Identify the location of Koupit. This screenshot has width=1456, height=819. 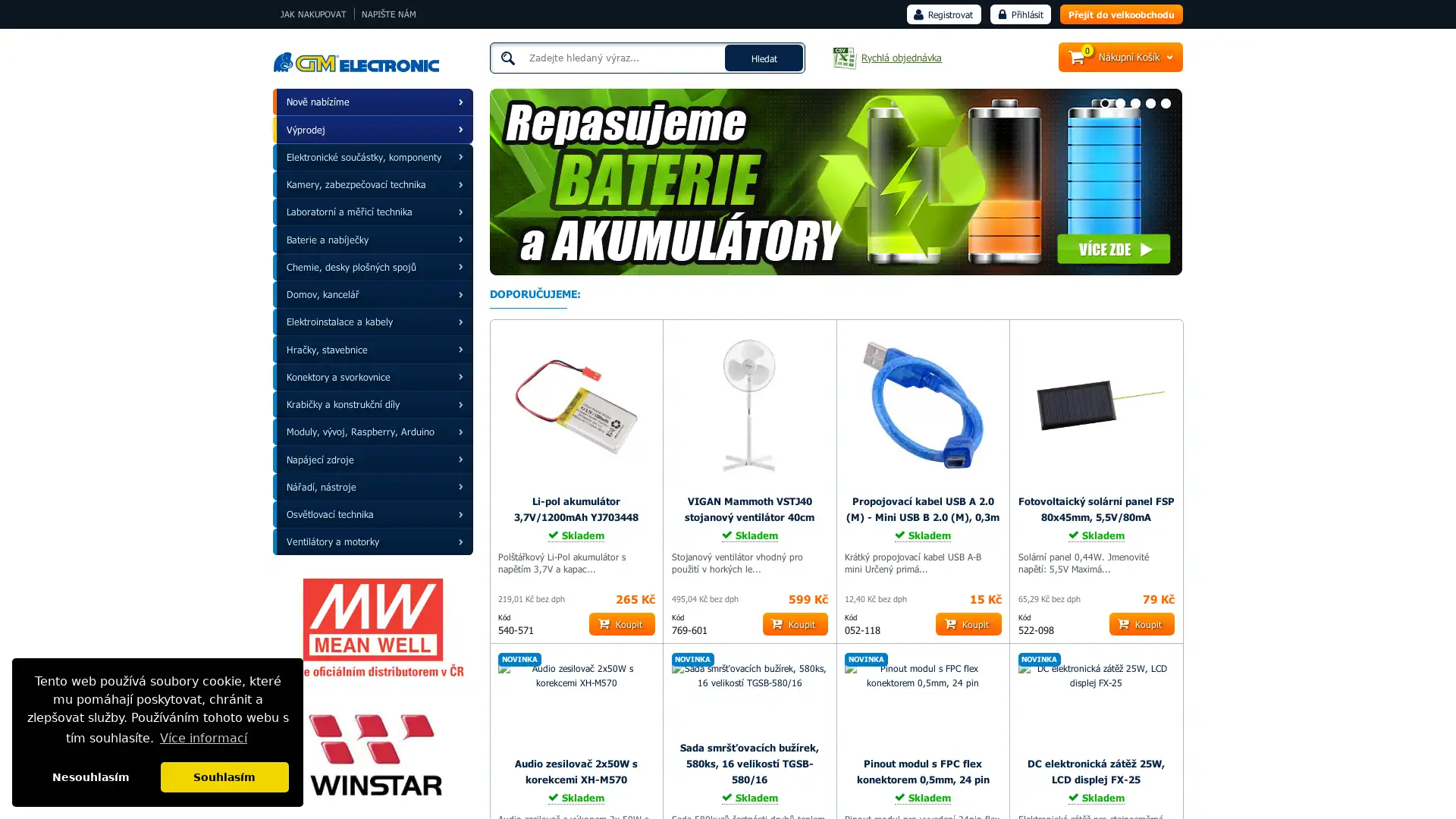
(1141, 623).